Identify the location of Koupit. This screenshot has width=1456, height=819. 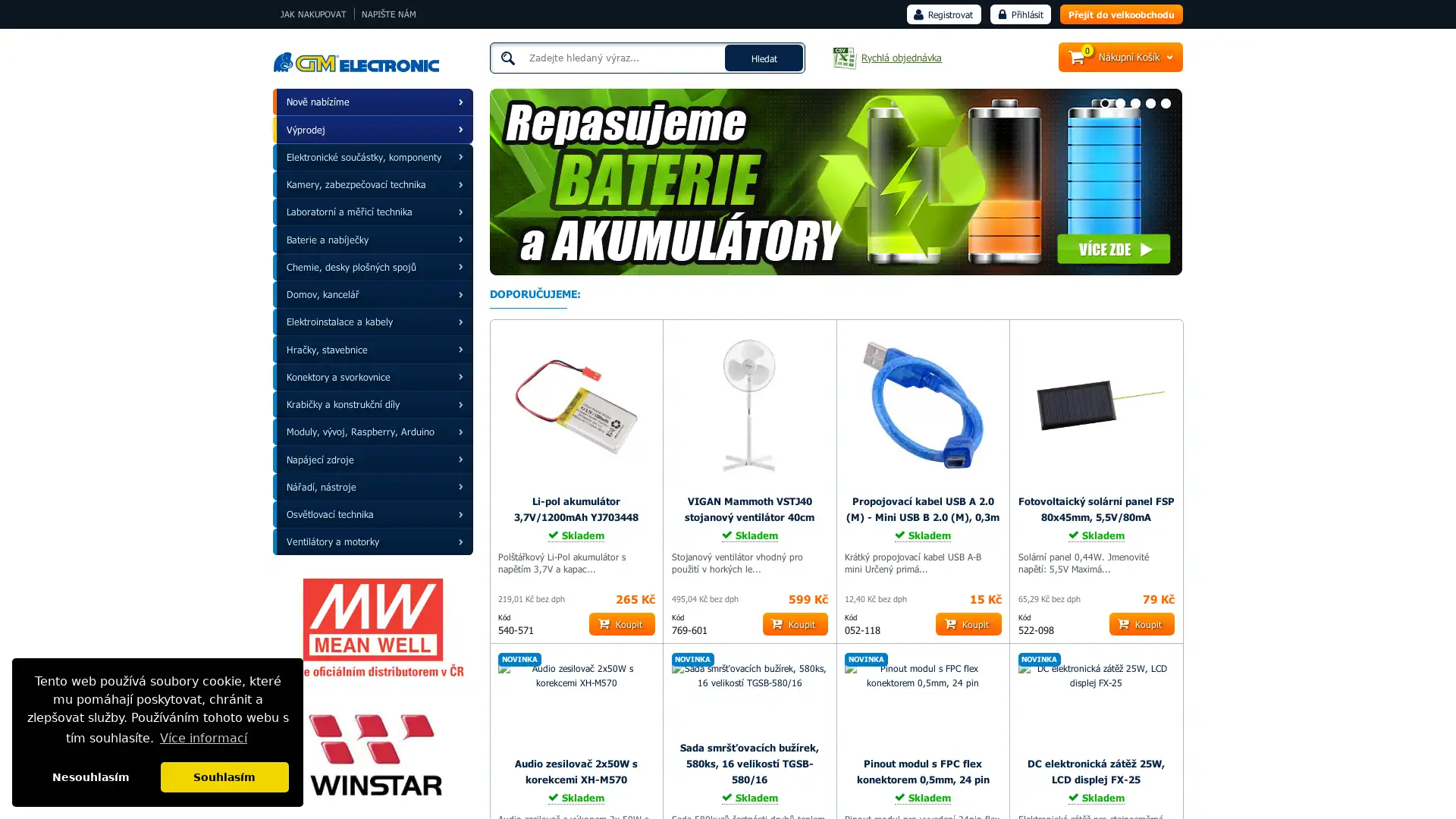
(1141, 623).